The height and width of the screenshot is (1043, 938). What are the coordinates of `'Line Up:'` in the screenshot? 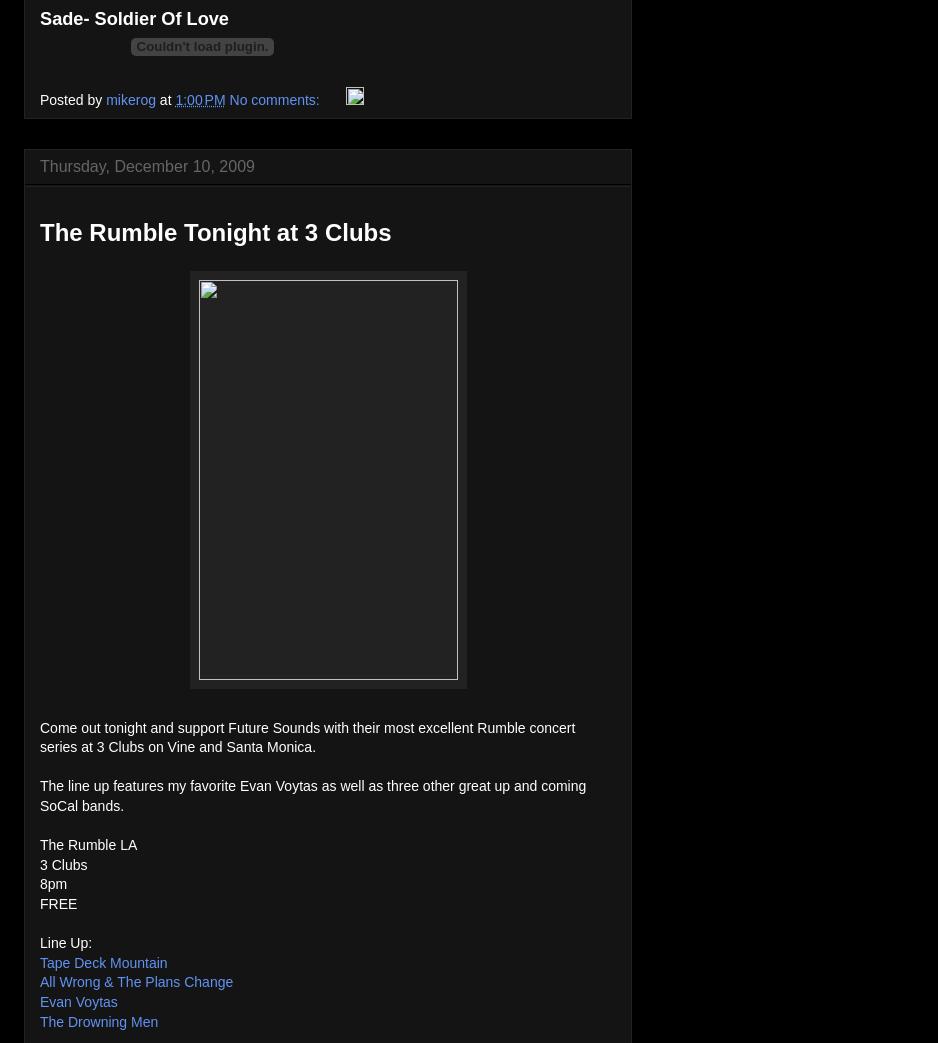 It's located at (65, 941).